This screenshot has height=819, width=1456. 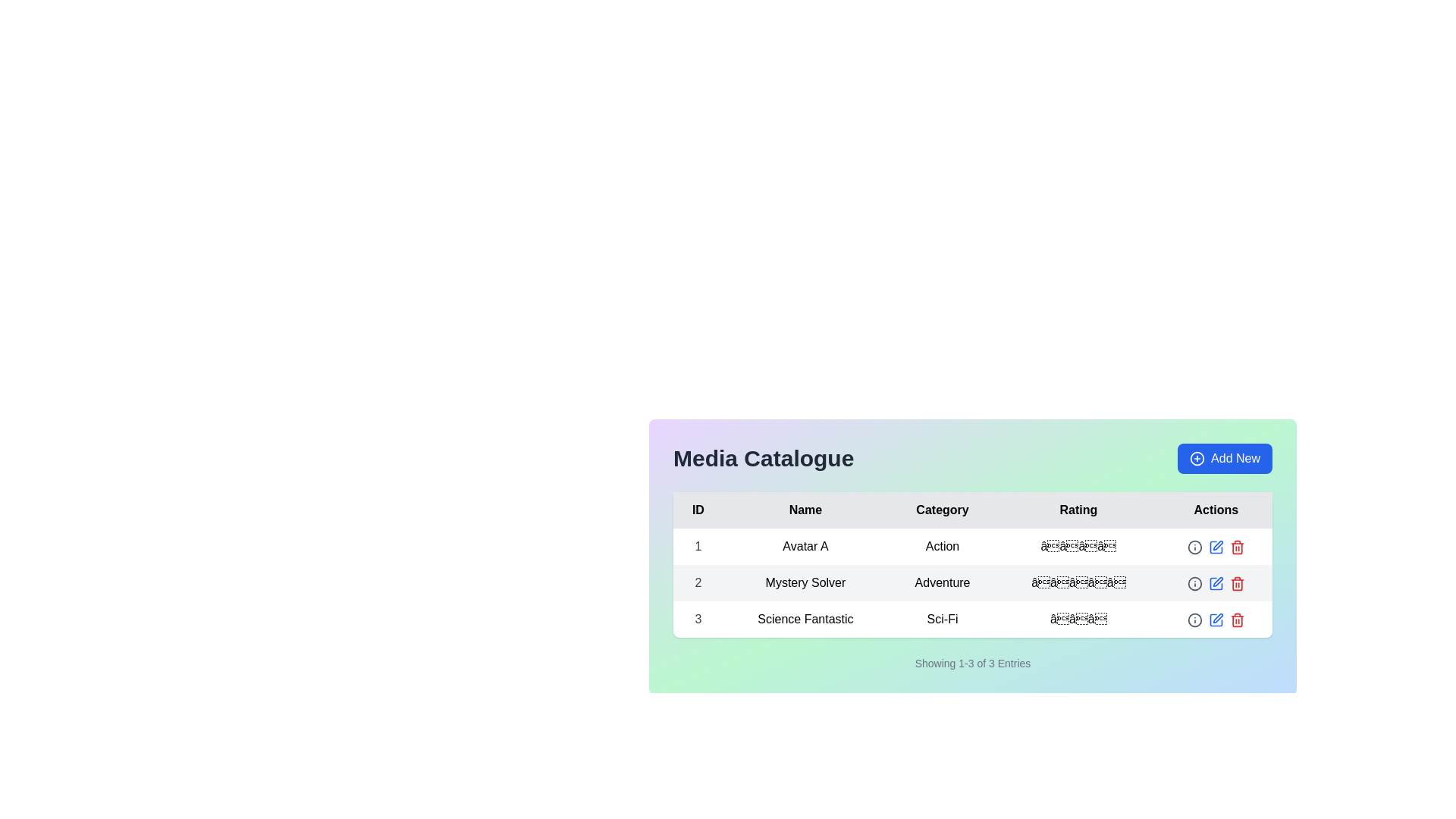 What do you see at coordinates (1216, 582) in the screenshot?
I see `the small blue pencil icon in the 'Actions' column of the second row in the data table` at bounding box center [1216, 582].